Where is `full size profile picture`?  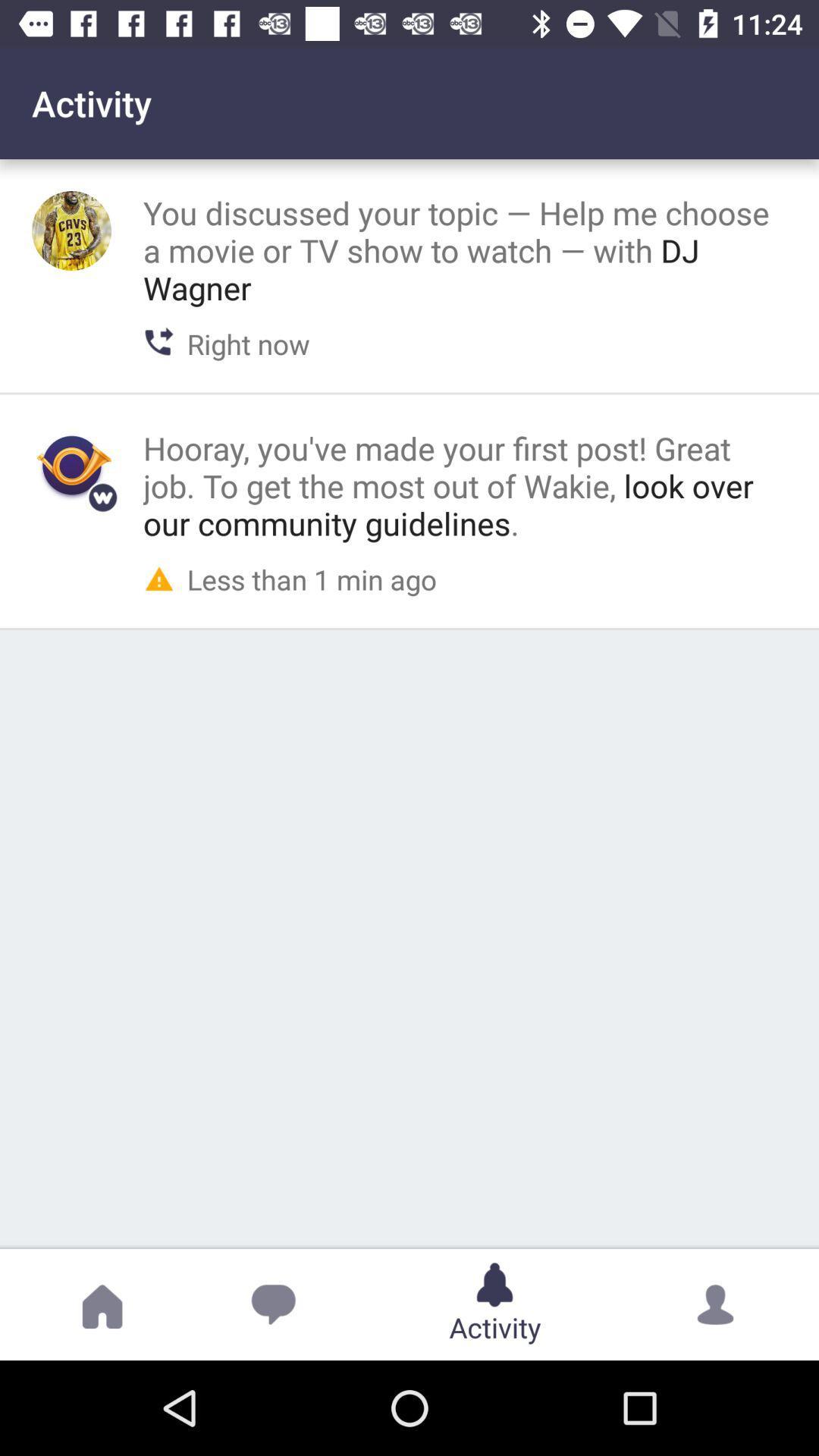
full size profile picture is located at coordinates (71, 230).